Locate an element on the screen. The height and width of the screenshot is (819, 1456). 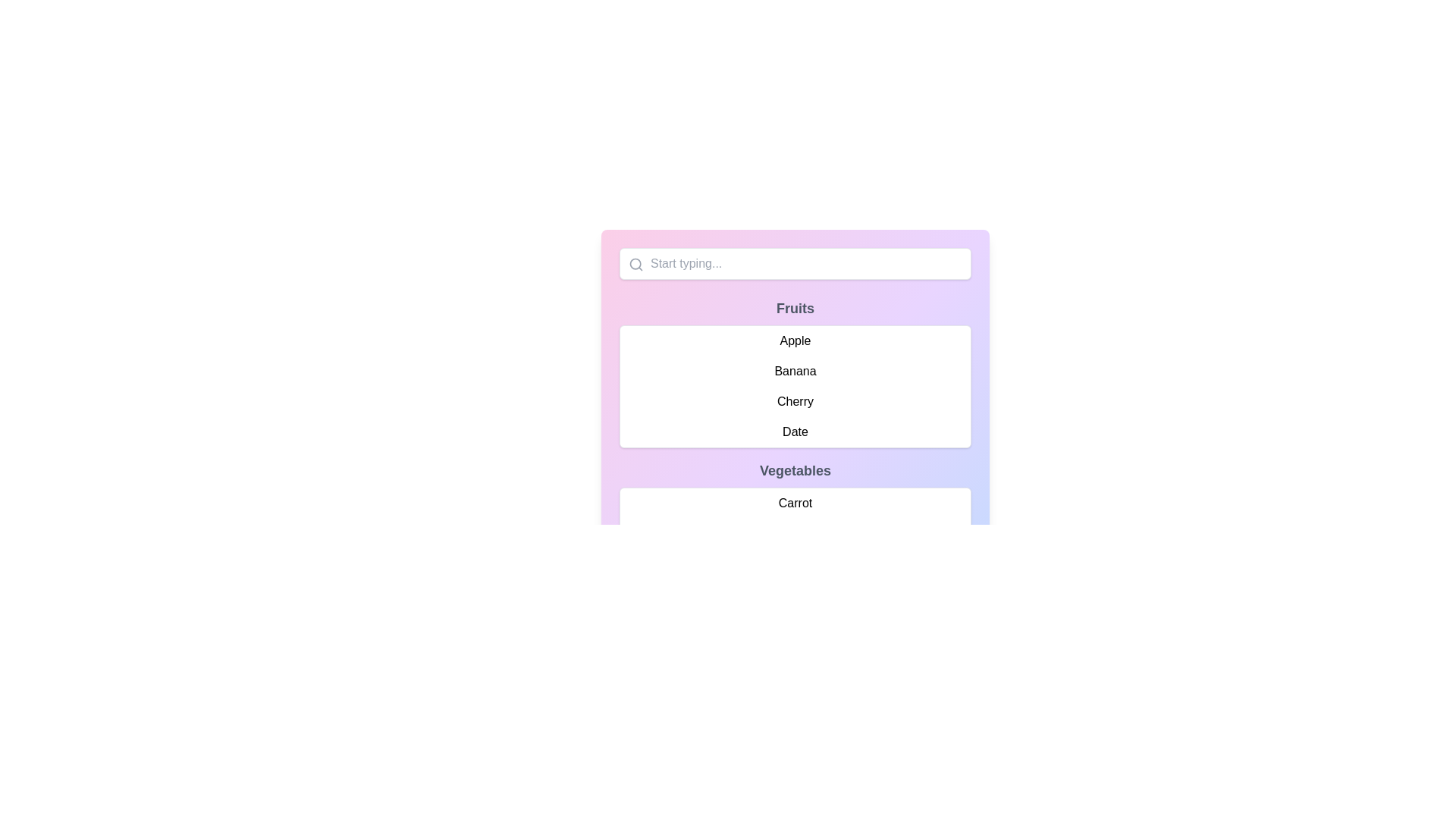
the search icon located on the left side of the input field labeled 'Start typing...' is located at coordinates (636, 263).